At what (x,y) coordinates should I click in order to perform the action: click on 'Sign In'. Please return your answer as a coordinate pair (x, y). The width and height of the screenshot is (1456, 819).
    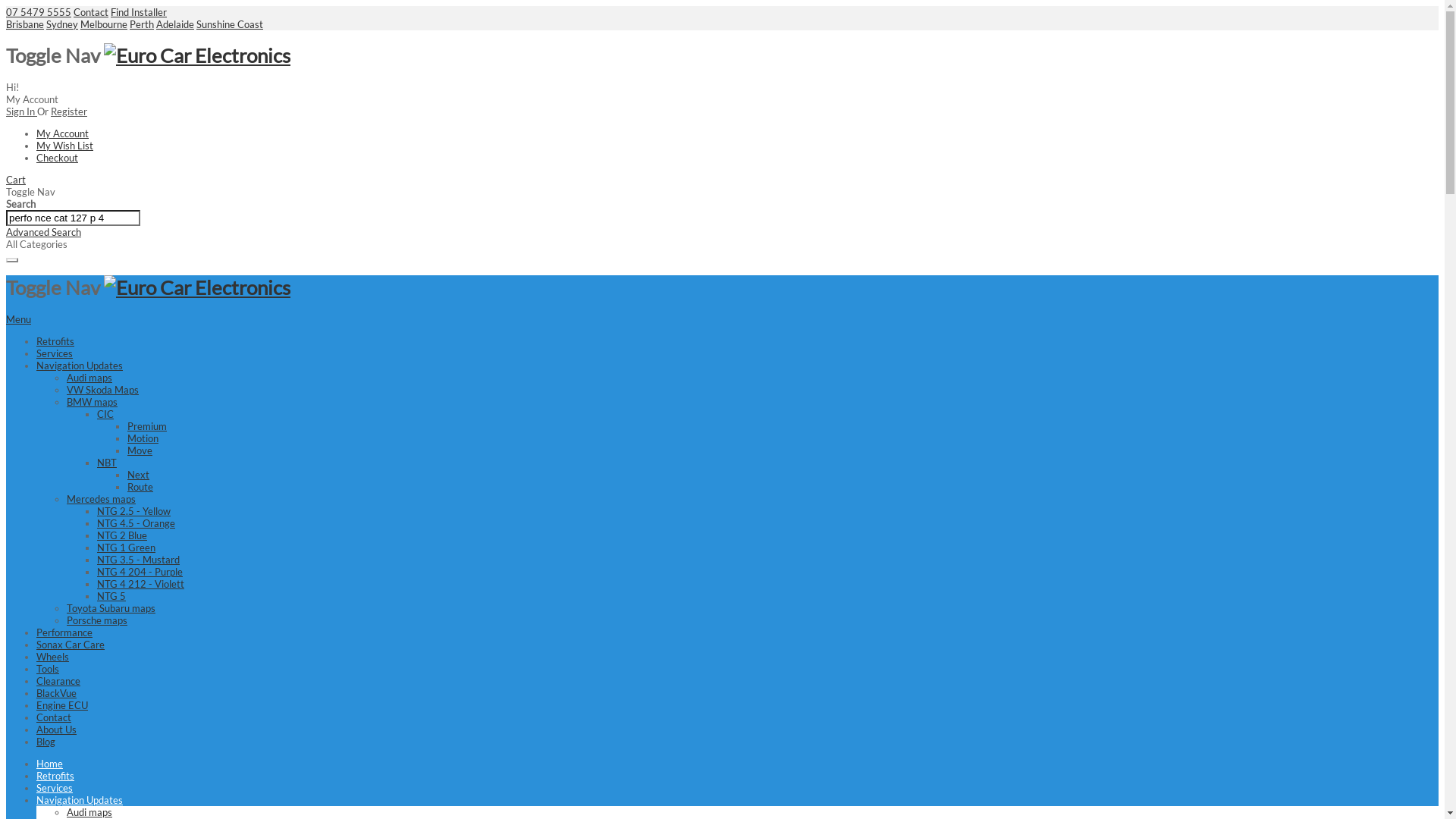
    Looking at the image, I should click on (21, 110).